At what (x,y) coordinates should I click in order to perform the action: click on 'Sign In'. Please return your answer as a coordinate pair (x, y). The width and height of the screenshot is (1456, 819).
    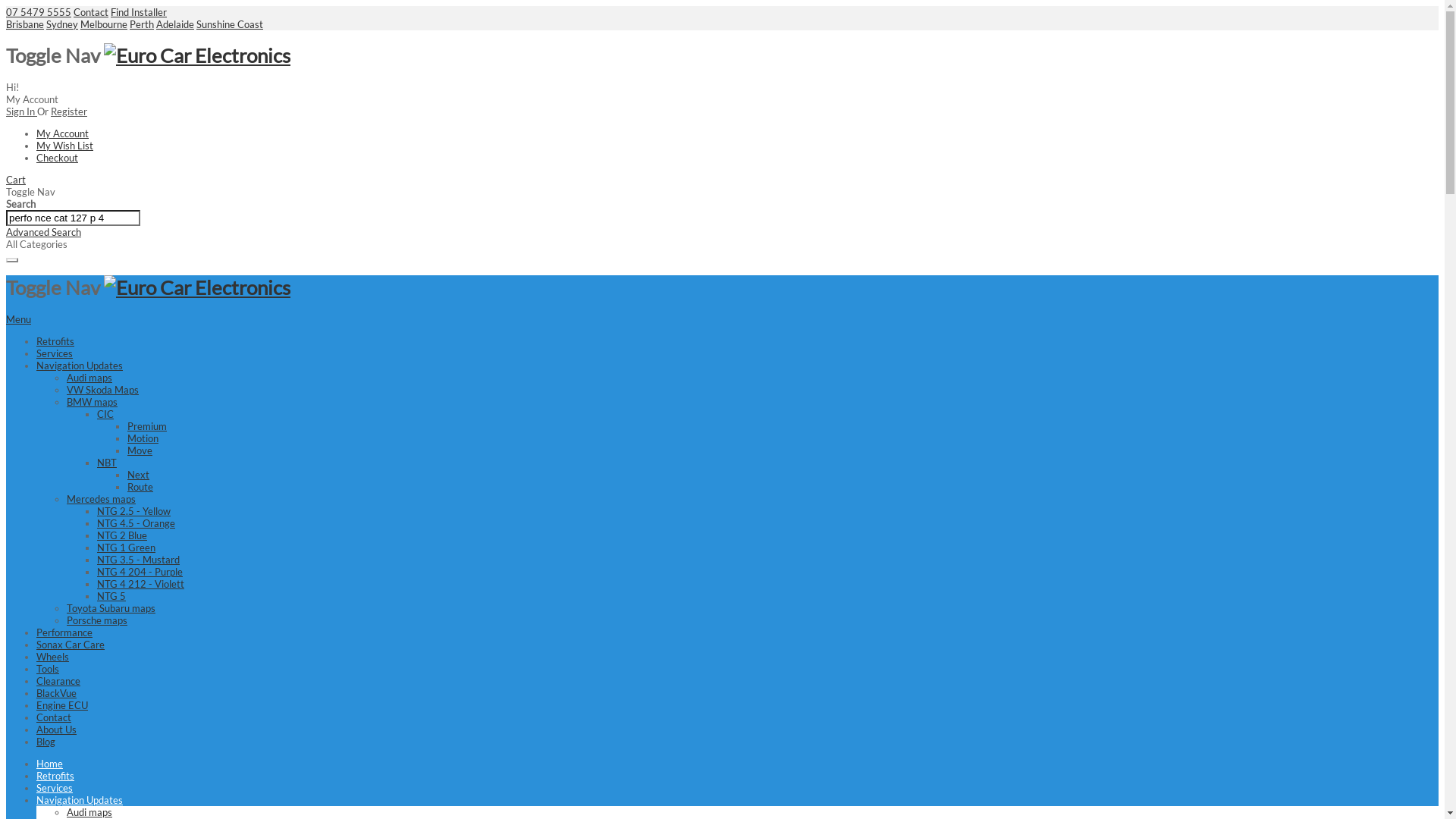
    Looking at the image, I should click on (21, 110).